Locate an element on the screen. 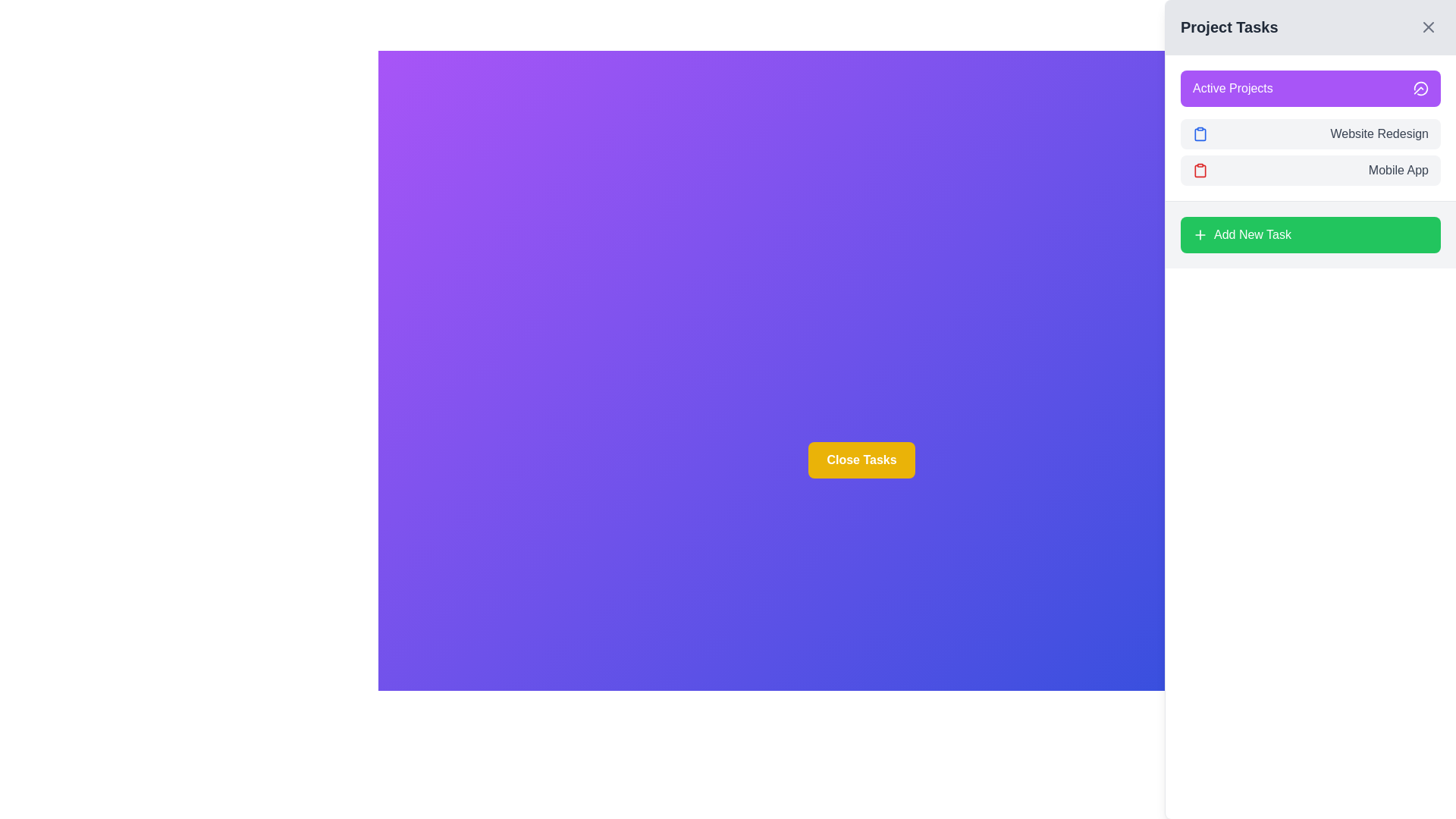 This screenshot has height=819, width=1456. the list item labeled 'Mobile App', which has a light gray background and a red clipboard icon is located at coordinates (1310, 170).